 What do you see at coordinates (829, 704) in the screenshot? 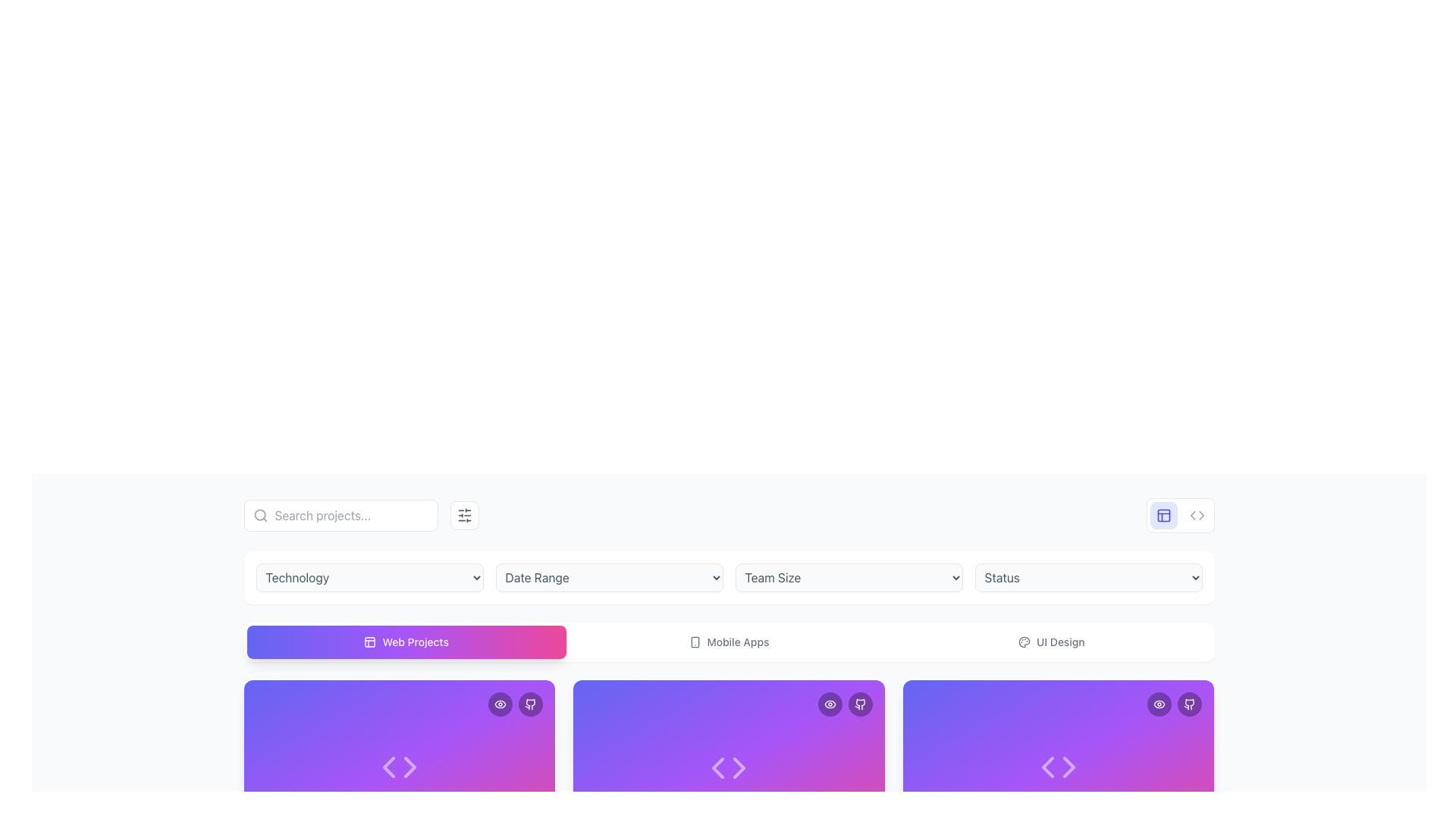
I see `the circular button with a semi-transparent black background and an eye symbol in the upper-right corner of the card` at bounding box center [829, 704].